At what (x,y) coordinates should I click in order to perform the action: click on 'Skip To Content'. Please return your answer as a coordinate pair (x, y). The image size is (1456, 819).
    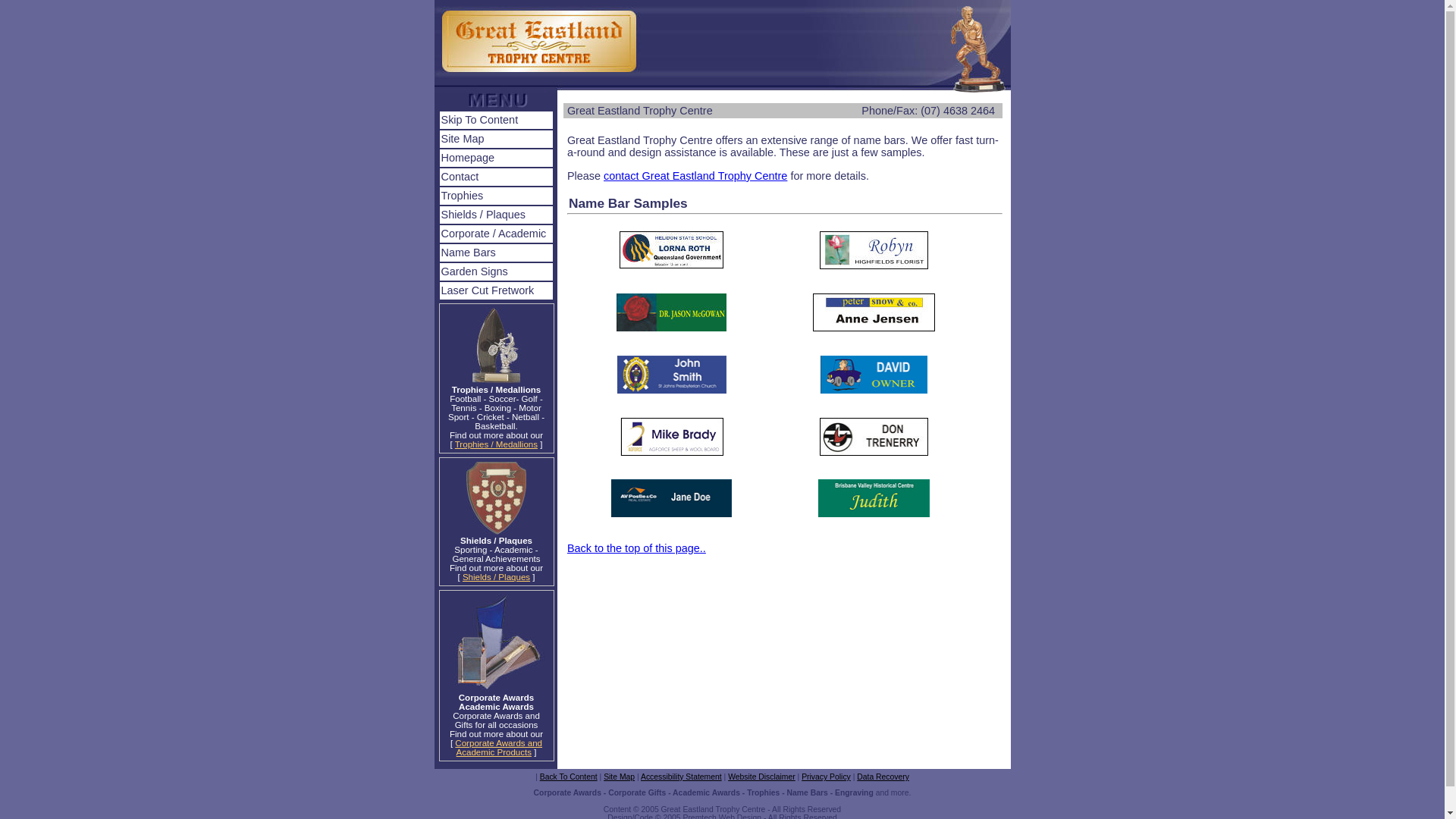
    Looking at the image, I should click on (496, 119).